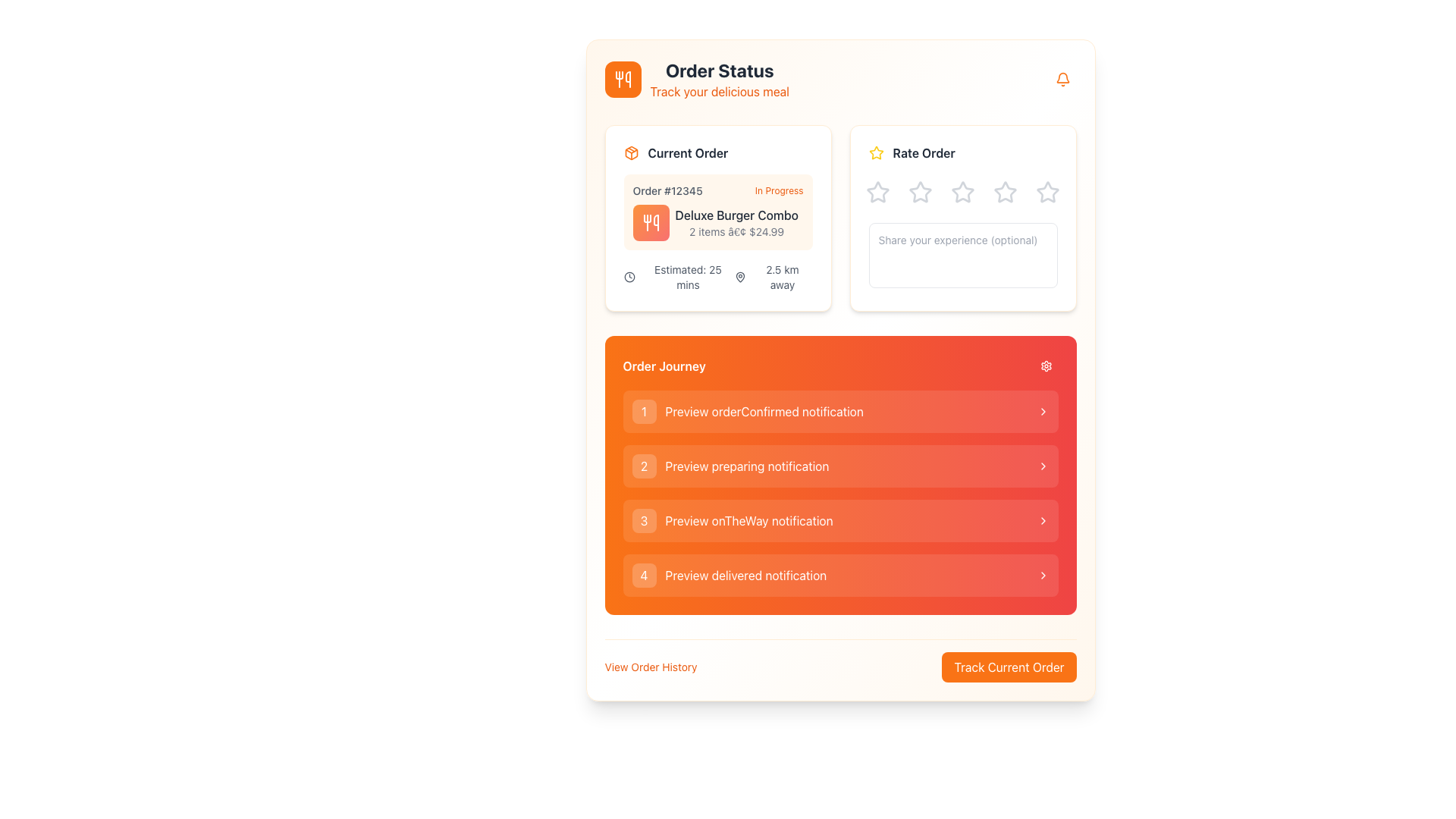 The width and height of the screenshot is (1456, 819). Describe the element at coordinates (1062, 79) in the screenshot. I see `the notification bell icon located in the top-right corner of the 'Order Status' section` at that location.